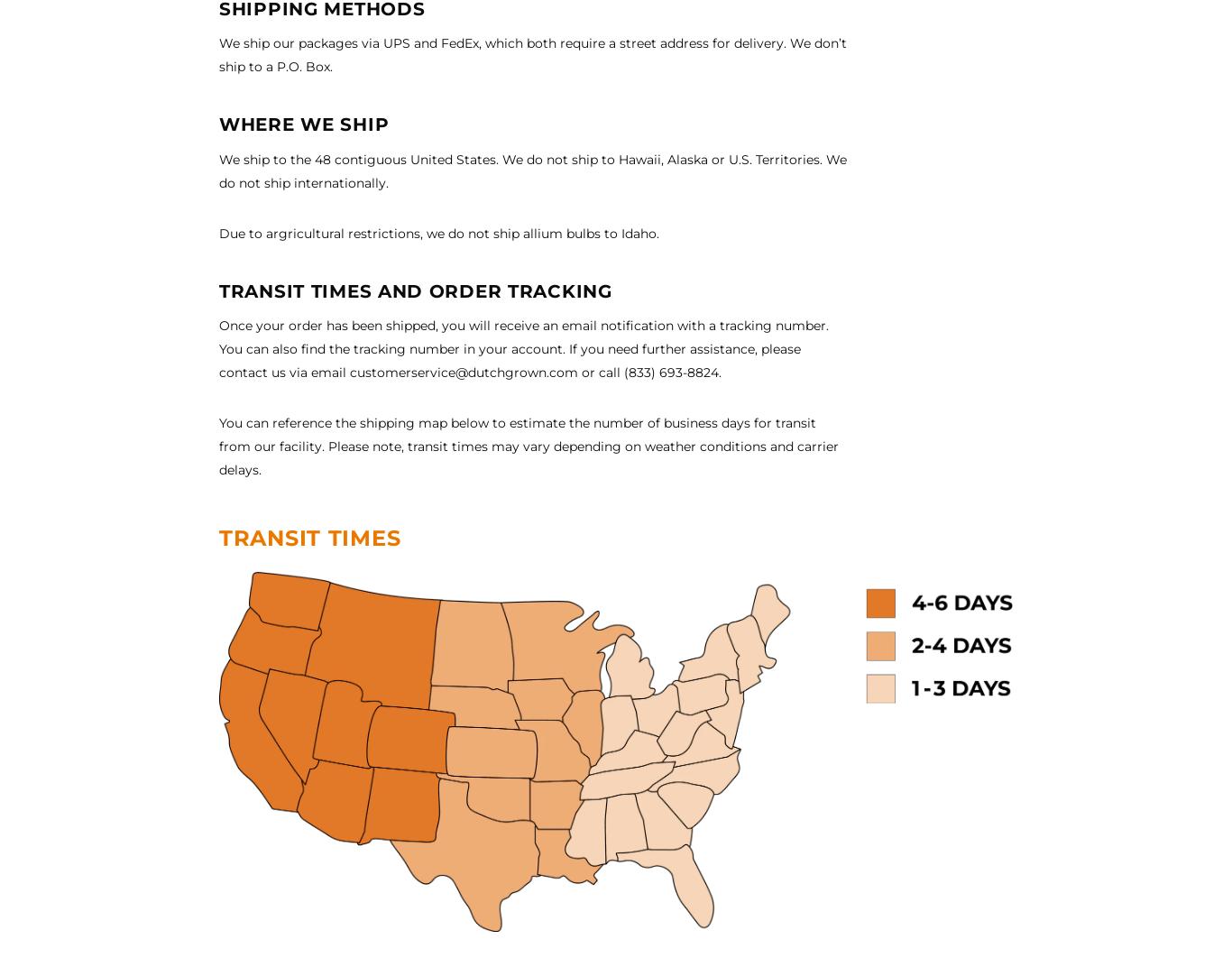 This screenshot has width=1232, height=958. I want to click on 'delays.', so click(240, 469).